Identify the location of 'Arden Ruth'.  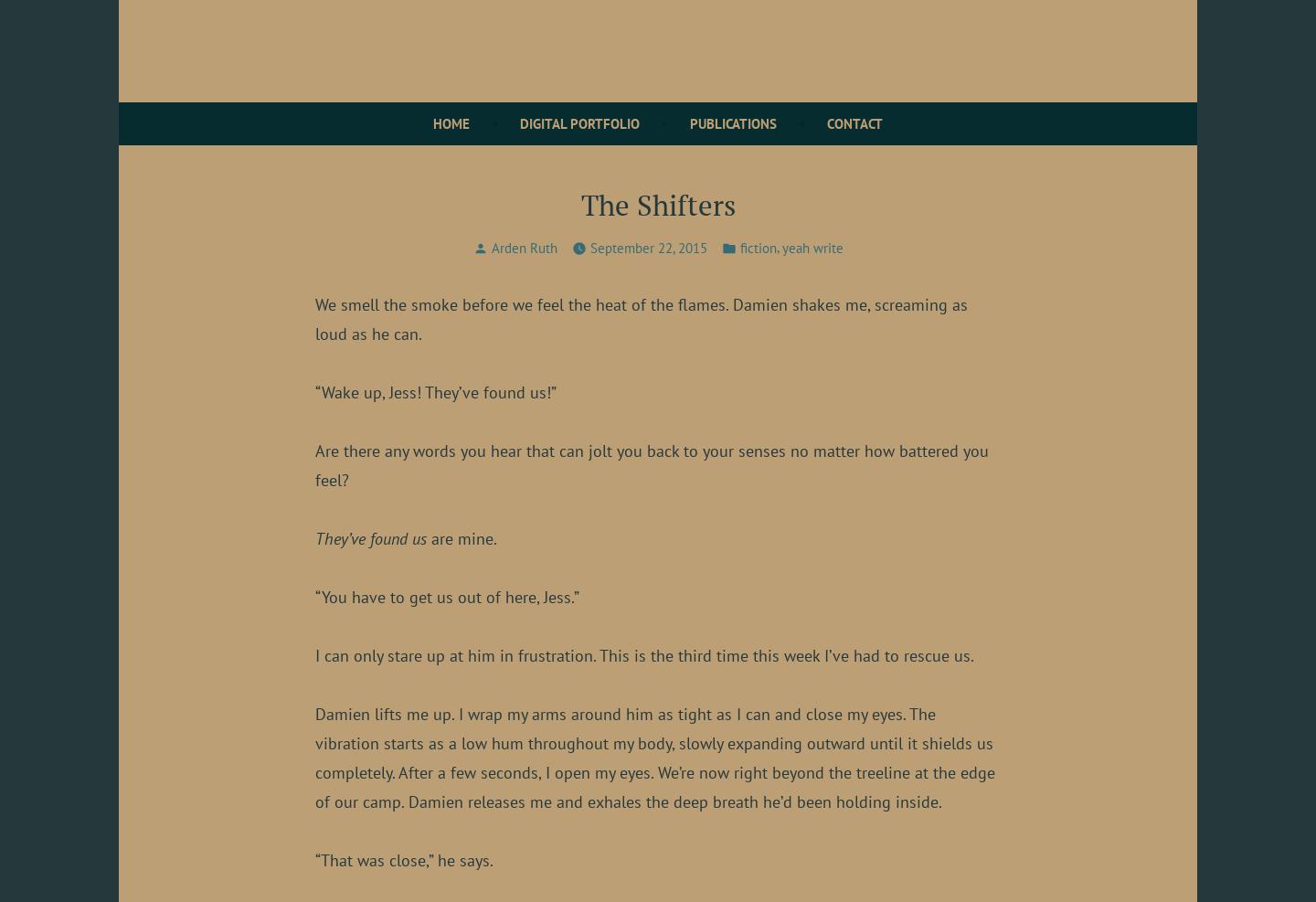
(523, 247).